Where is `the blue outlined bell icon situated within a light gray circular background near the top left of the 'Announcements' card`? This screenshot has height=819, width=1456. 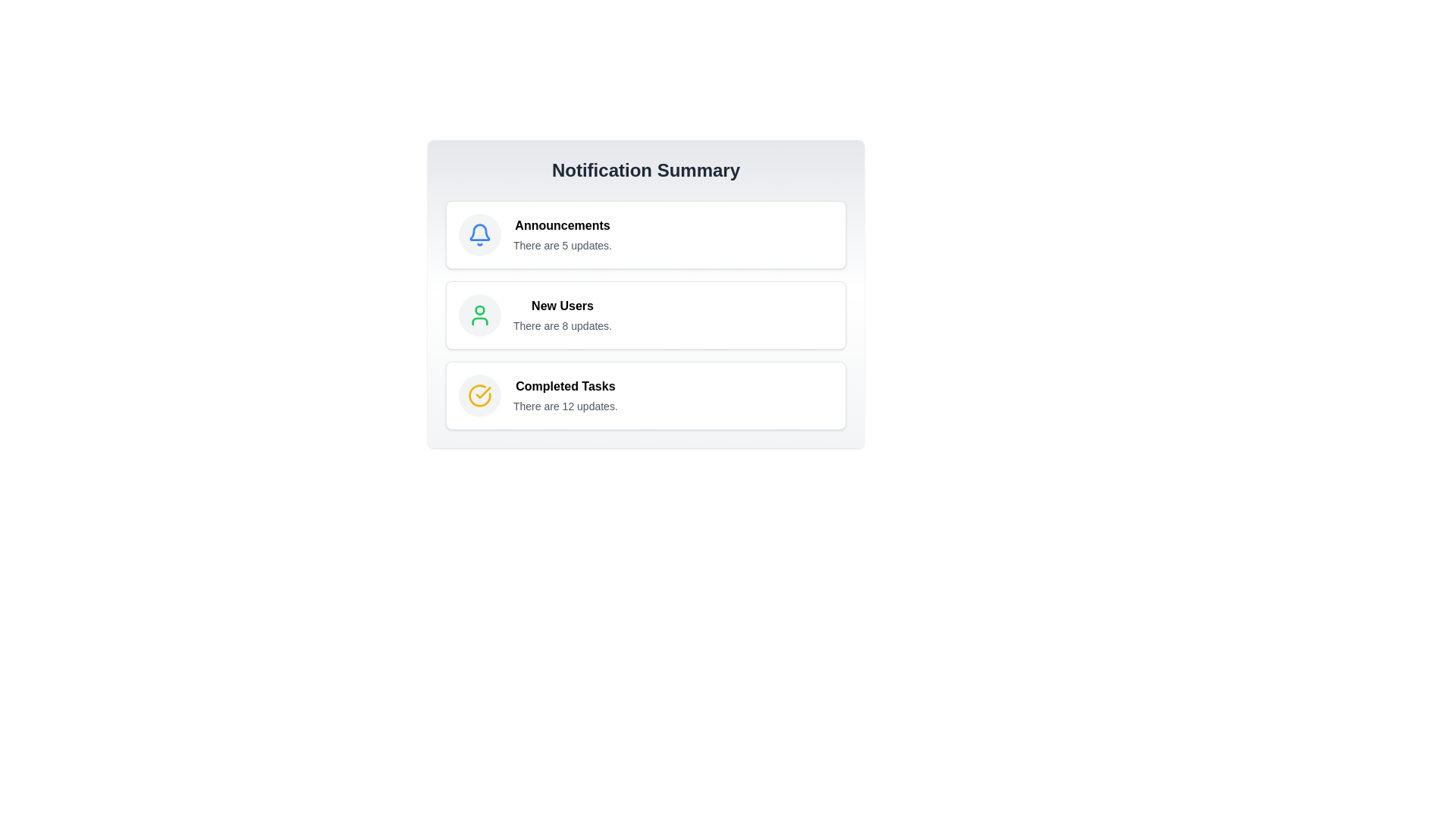
the blue outlined bell icon situated within a light gray circular background near the top left of the 'Announcements' card is located at coordinates (479, 234).